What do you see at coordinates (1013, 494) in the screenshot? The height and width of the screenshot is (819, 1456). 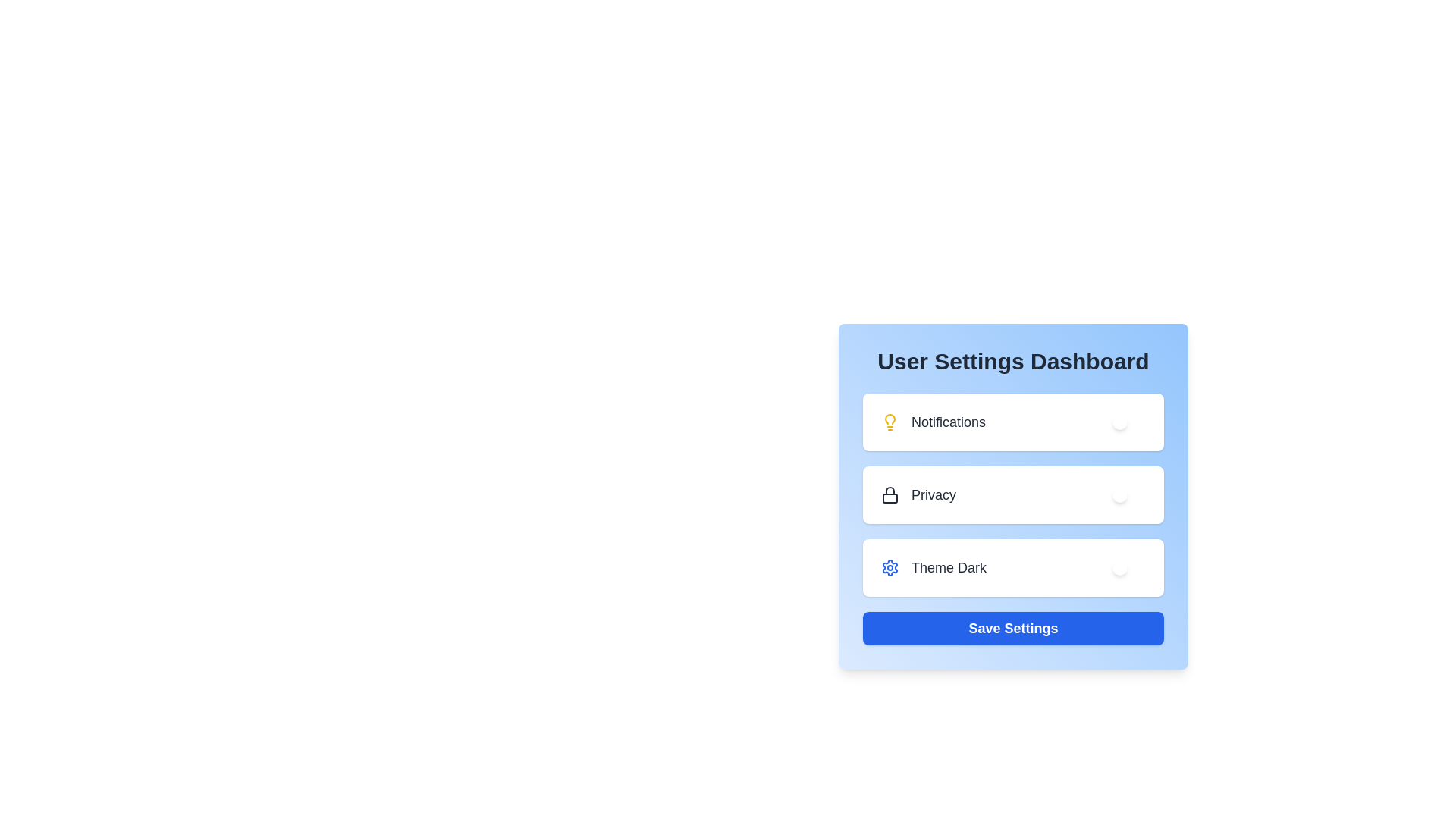 I see `the setting row corresponding to privacy` at bounding box center [1013, 494].